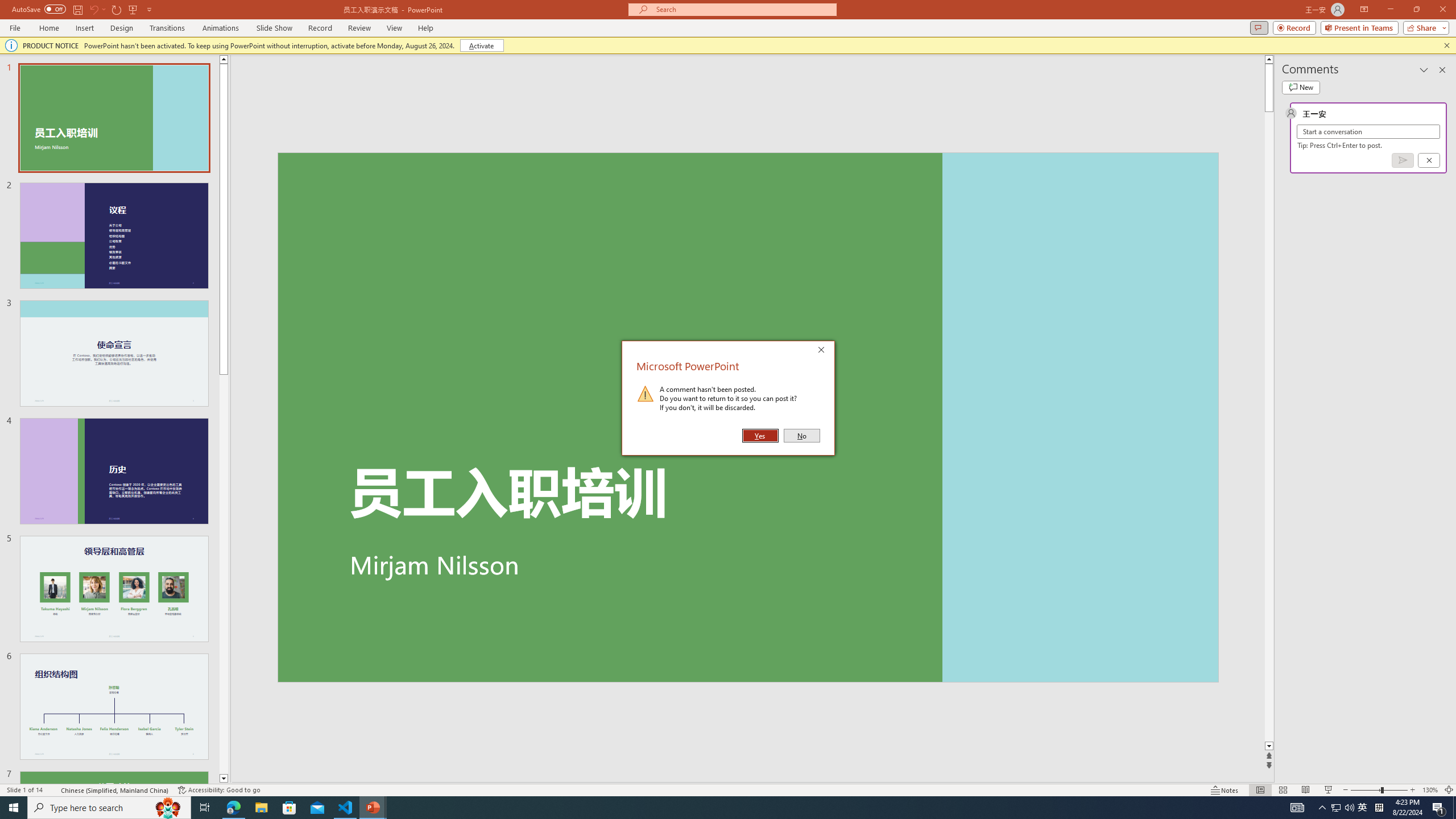 The width and height of the screenshot is (1456, 819). Describe the element at coordinates (801, 435) in the screenshot. I see `'No'` at that location.